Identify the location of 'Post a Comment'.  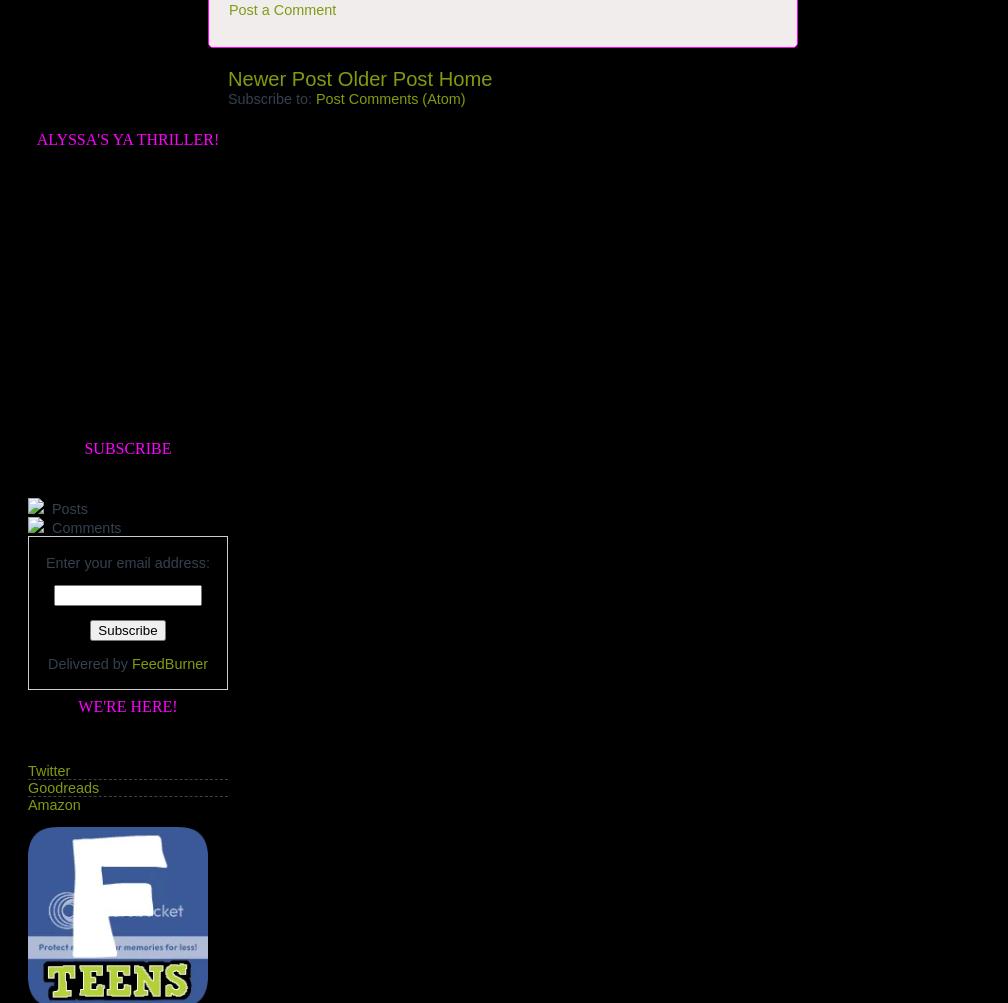
(282, 9).